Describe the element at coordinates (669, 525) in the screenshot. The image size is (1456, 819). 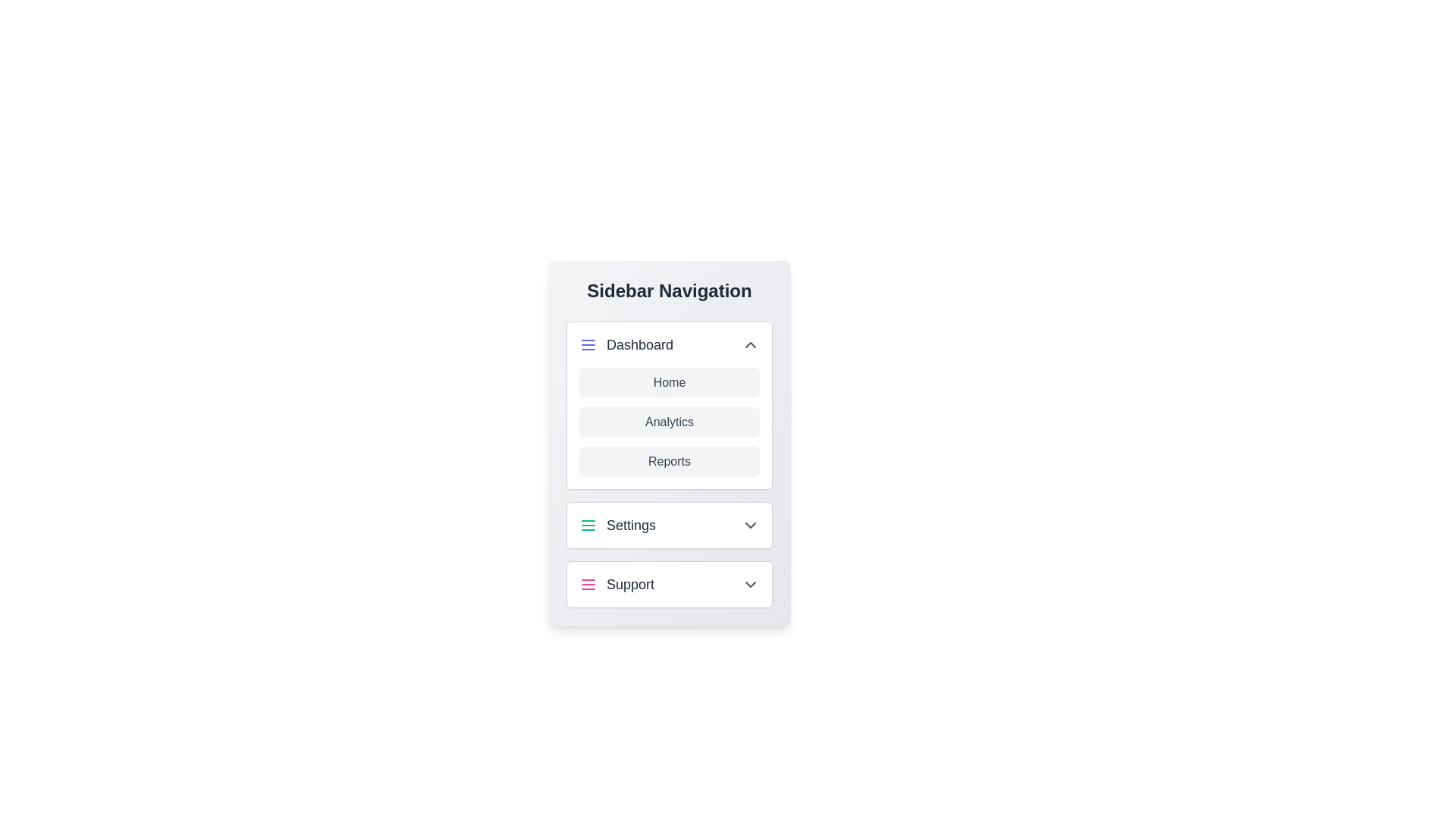
I see `the 'Settings' collapsible menu item in the sidebar navigation` at that location.